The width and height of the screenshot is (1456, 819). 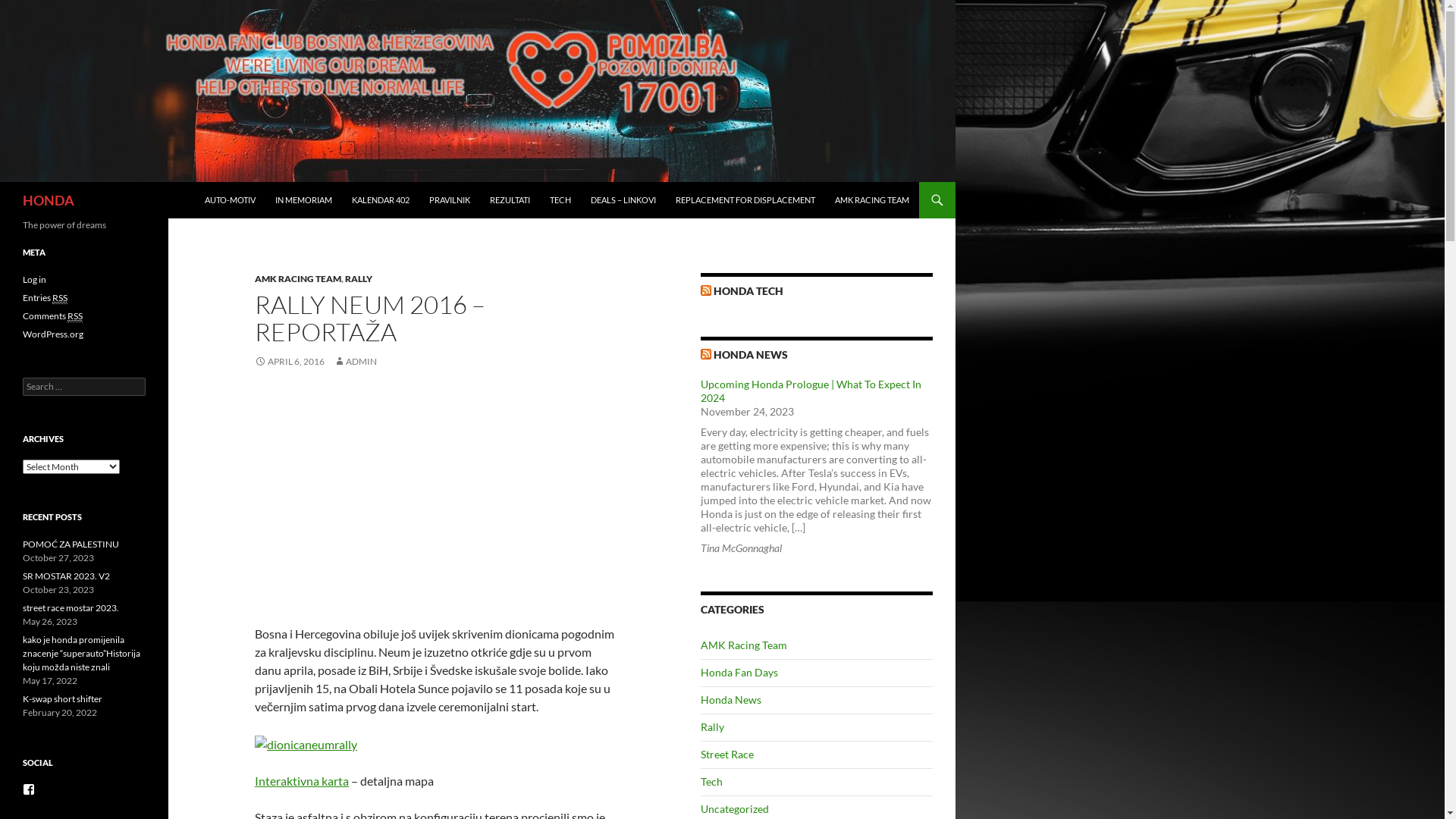 What do you see at coordinates (449, 199) in the screenshot?
I see `'PRAVILNIK'` at bounding box center [449, 199].